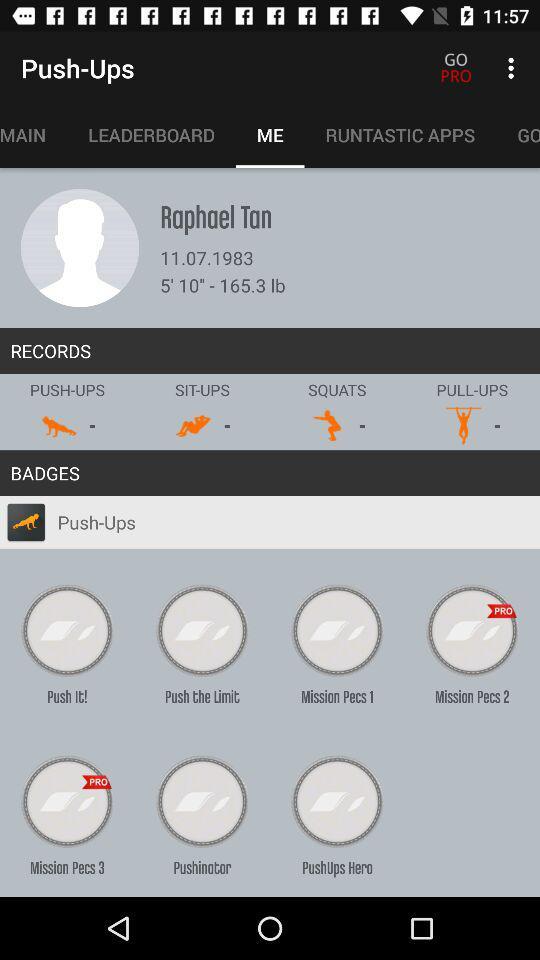 The height and width of the screenshot is (960, 540). What do you see at coordinates (513, 68) in the screenshot?
I see `the item above the runtastic apps item` at bounding box center [513, 68].